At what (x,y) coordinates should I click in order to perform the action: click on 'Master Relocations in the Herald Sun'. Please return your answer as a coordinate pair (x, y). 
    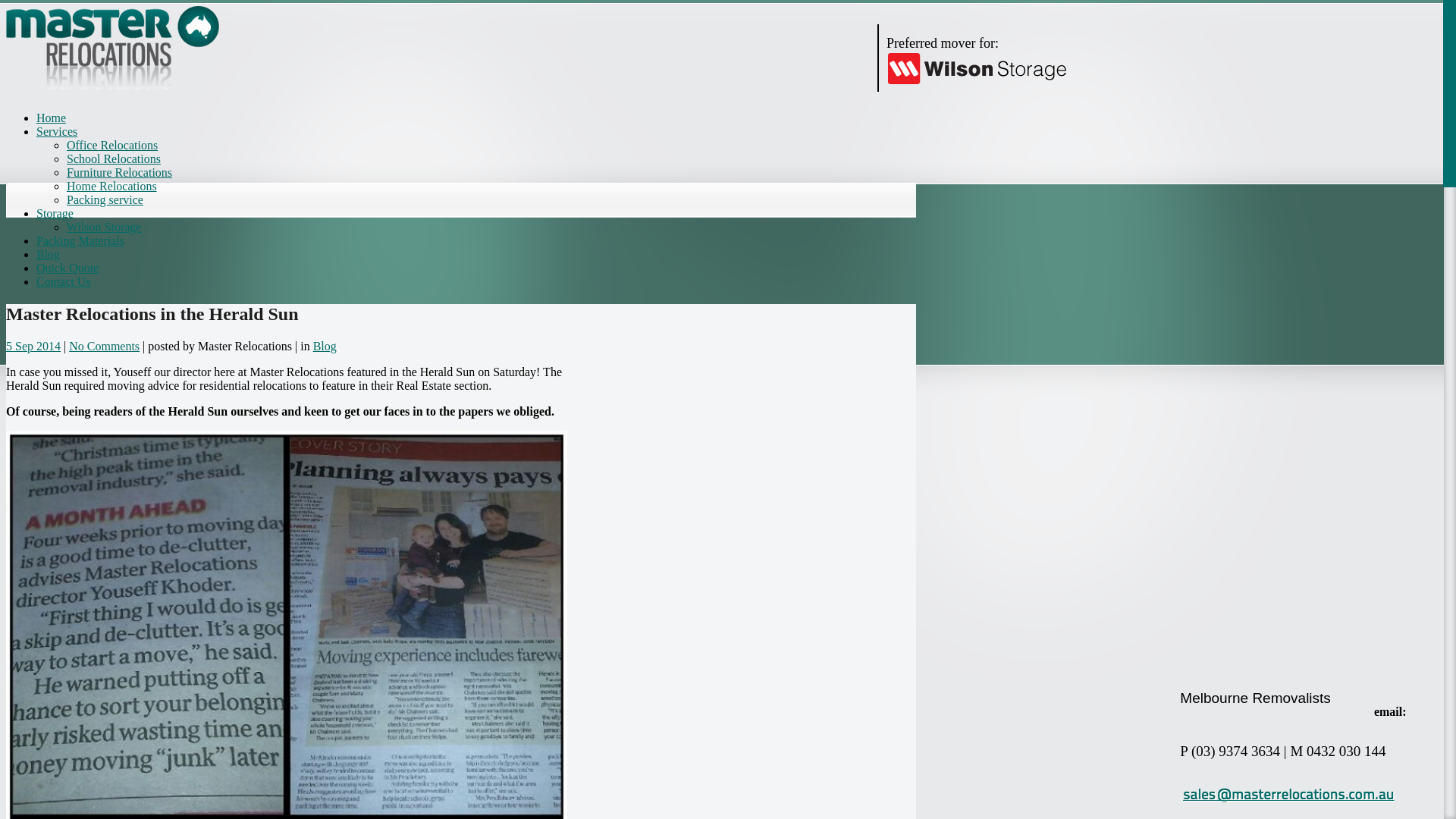
    Looking at the image, I should click on (152, 312).